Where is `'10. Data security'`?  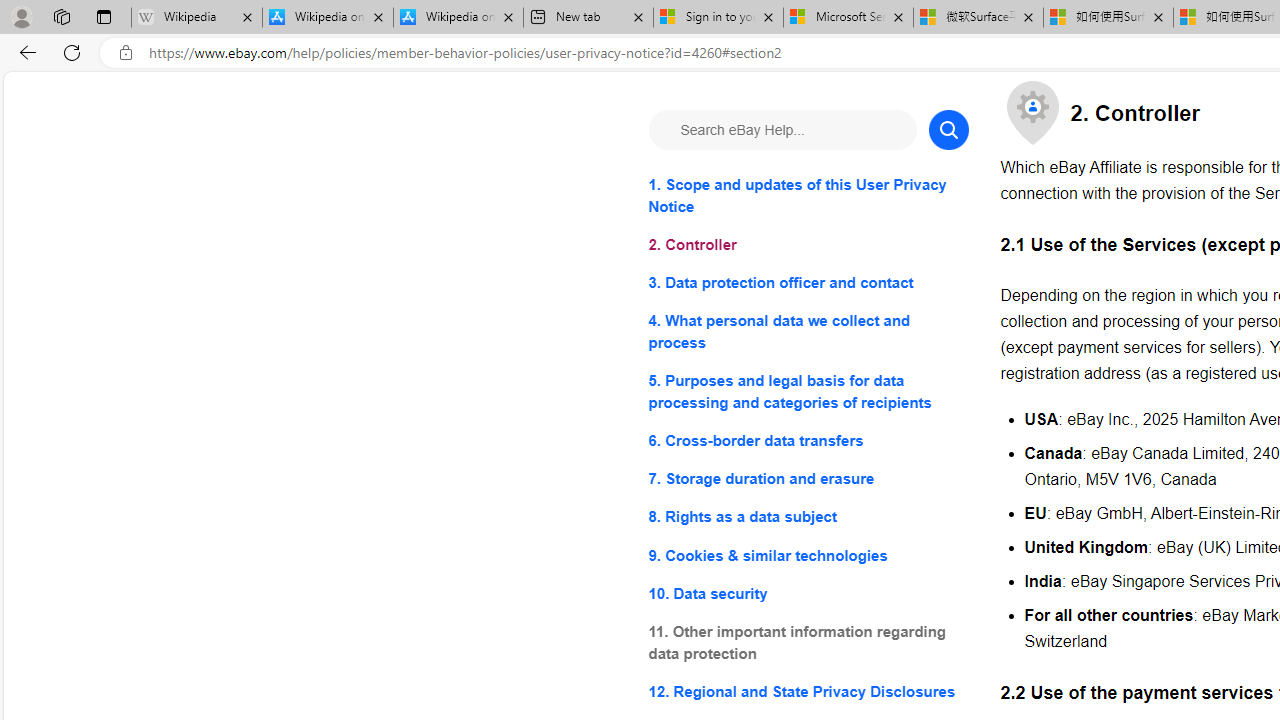
'10. Data security' is located at coordinates (808, 592).